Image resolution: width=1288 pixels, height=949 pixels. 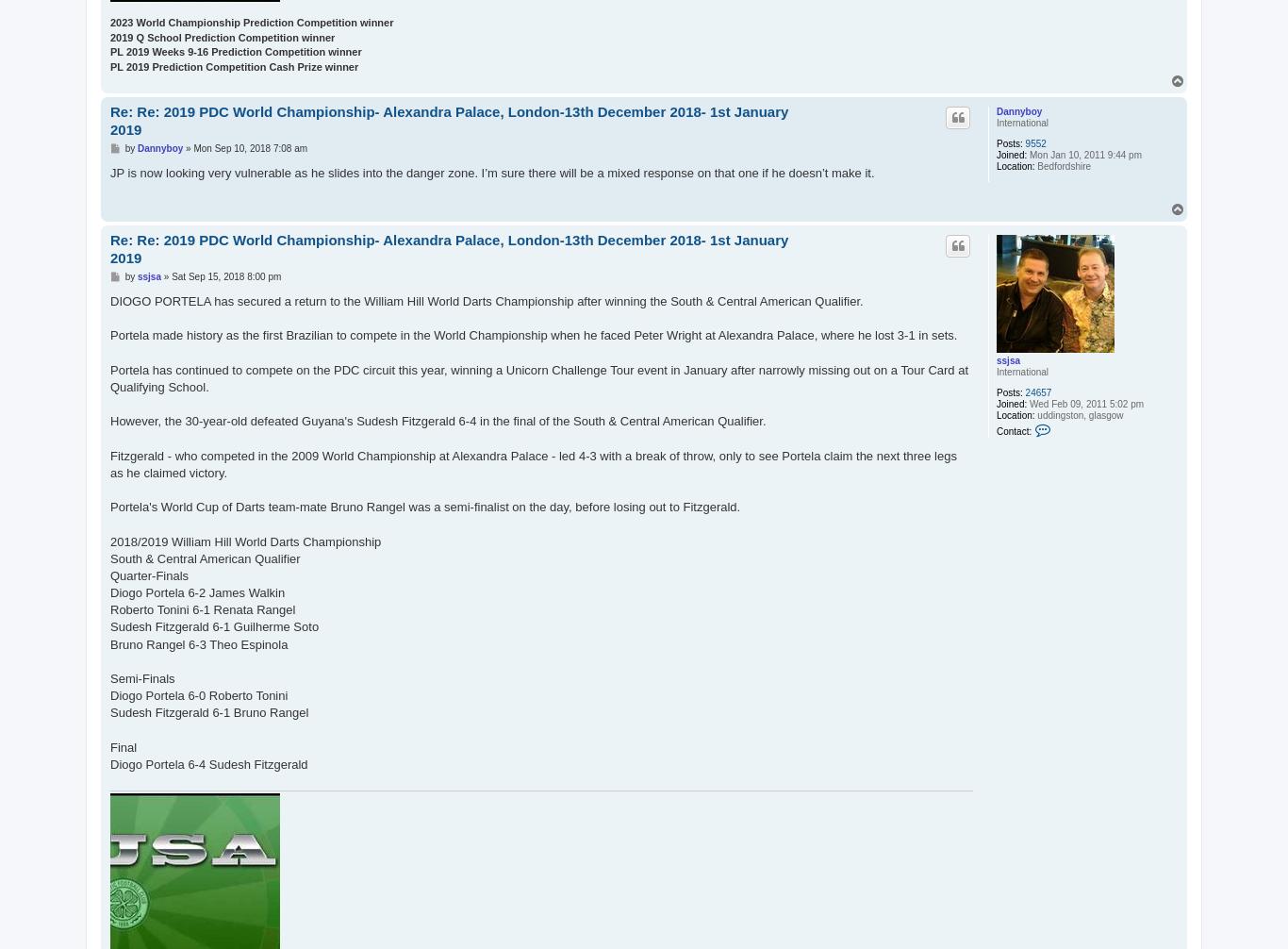 What do you see at coordinates (1061, 165) in the screenshot?
I see `'Bedfordshire'` at bounding box center [1061, 165].